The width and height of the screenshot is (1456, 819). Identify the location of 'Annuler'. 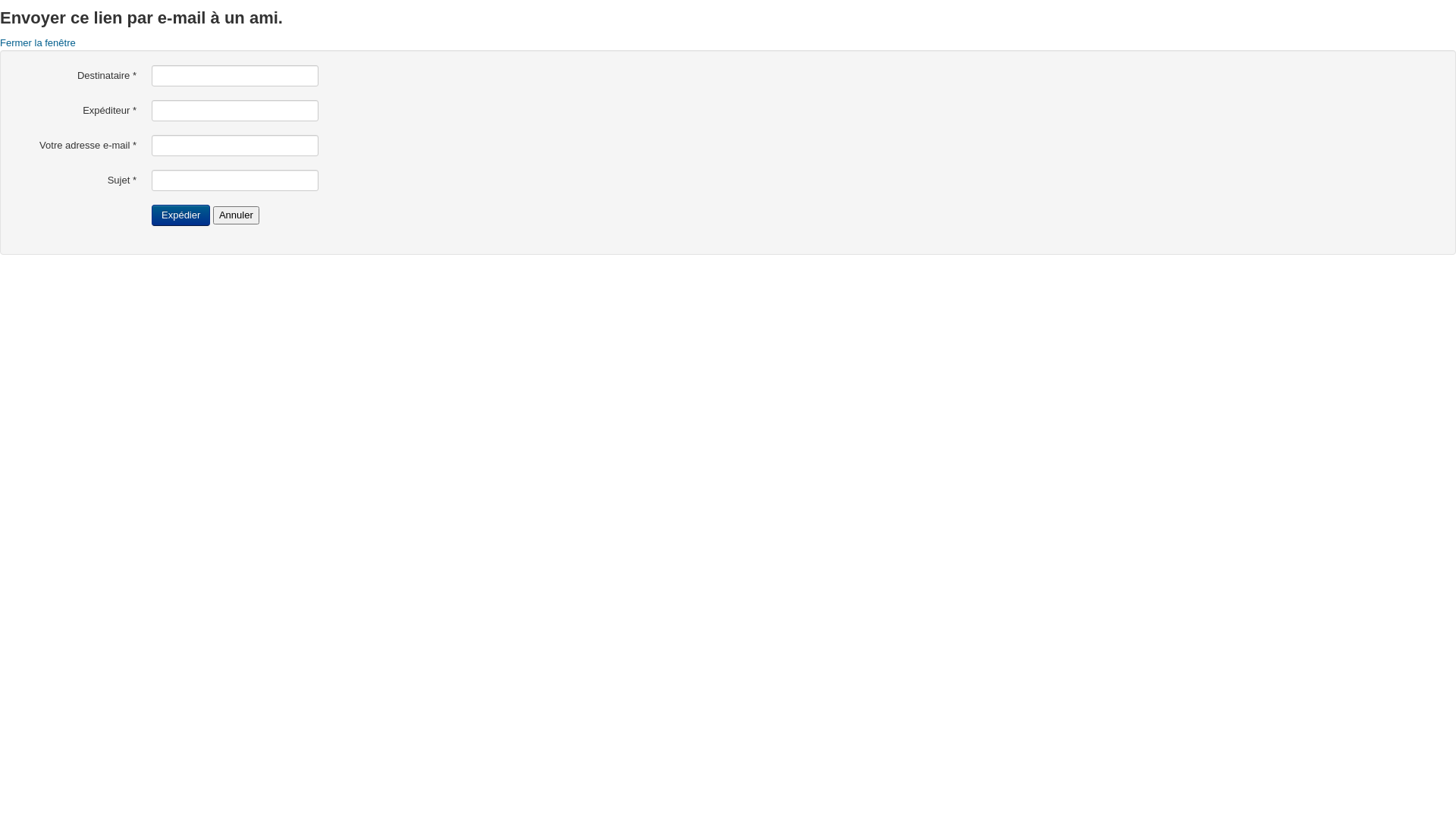
(212, 215).